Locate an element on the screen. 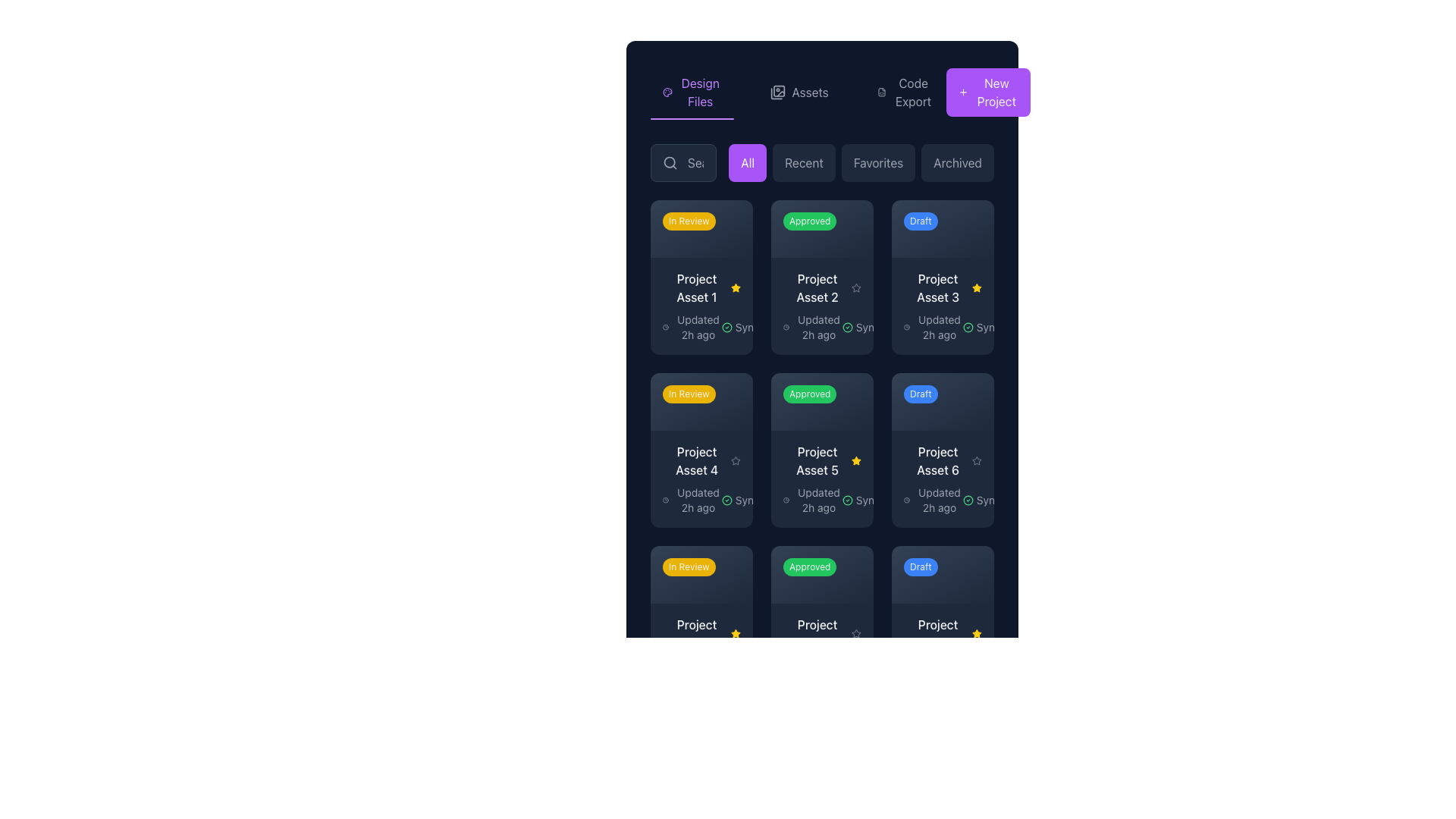  the time icon that visually indicates time, located to the left of the 'Updated 2h ago' text within the card element in the grid view is located at coordinates (666, 326).